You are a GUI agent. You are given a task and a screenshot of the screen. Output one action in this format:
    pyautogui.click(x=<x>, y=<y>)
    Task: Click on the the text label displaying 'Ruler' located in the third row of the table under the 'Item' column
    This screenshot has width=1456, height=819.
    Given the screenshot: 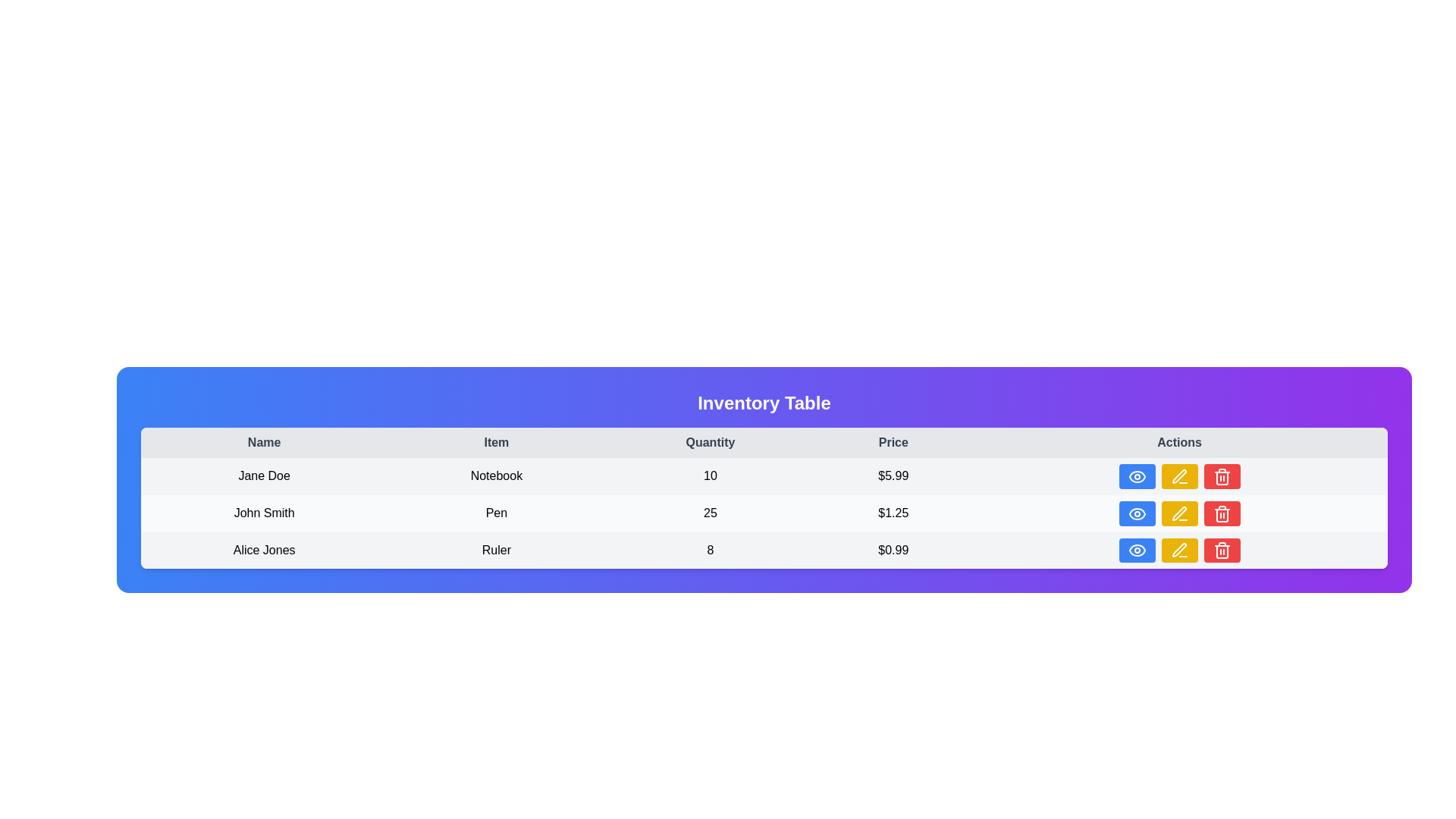 What is the action you would take?
    pyautogui.click(x=496, y=550)
    